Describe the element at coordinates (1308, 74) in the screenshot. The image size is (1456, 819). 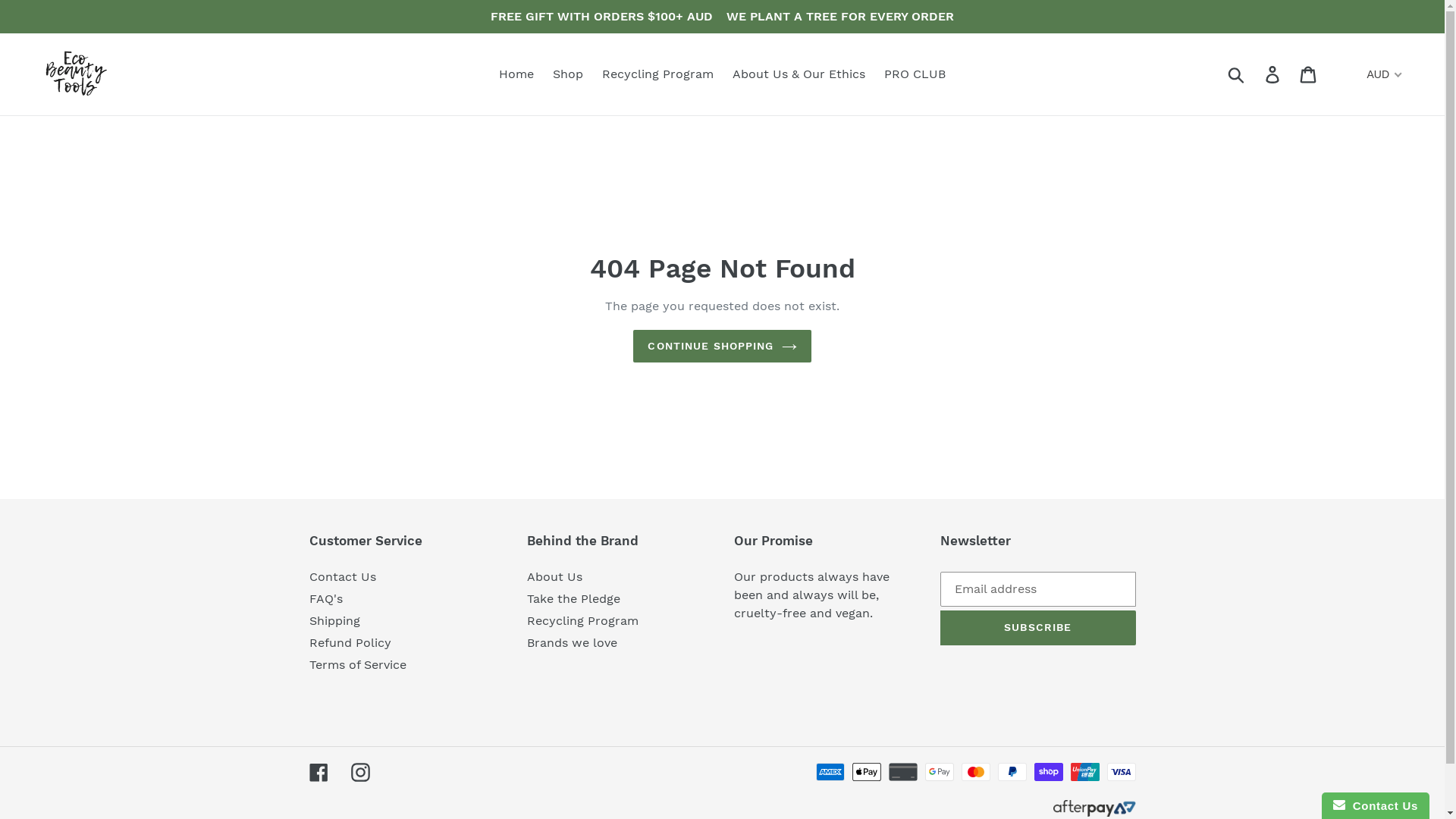
I see `'Cart'` at that location.